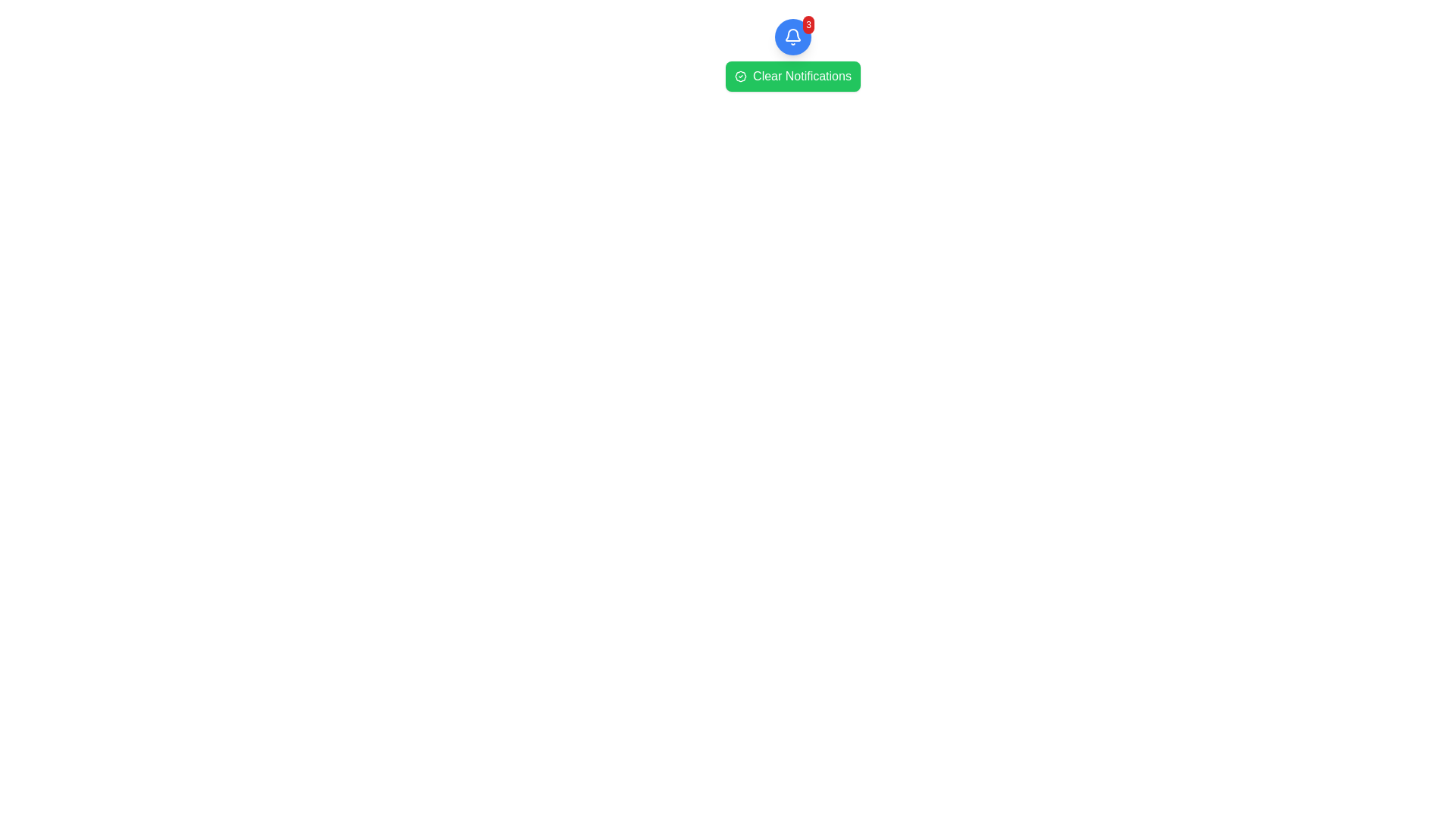 The height and width of the screenshot is (819, 1456). What do you see at coordinates (792, 76) in the screenshot?
I see `the clear notifications button located beneath the notification icon counter` at bounding box center [792, 76].